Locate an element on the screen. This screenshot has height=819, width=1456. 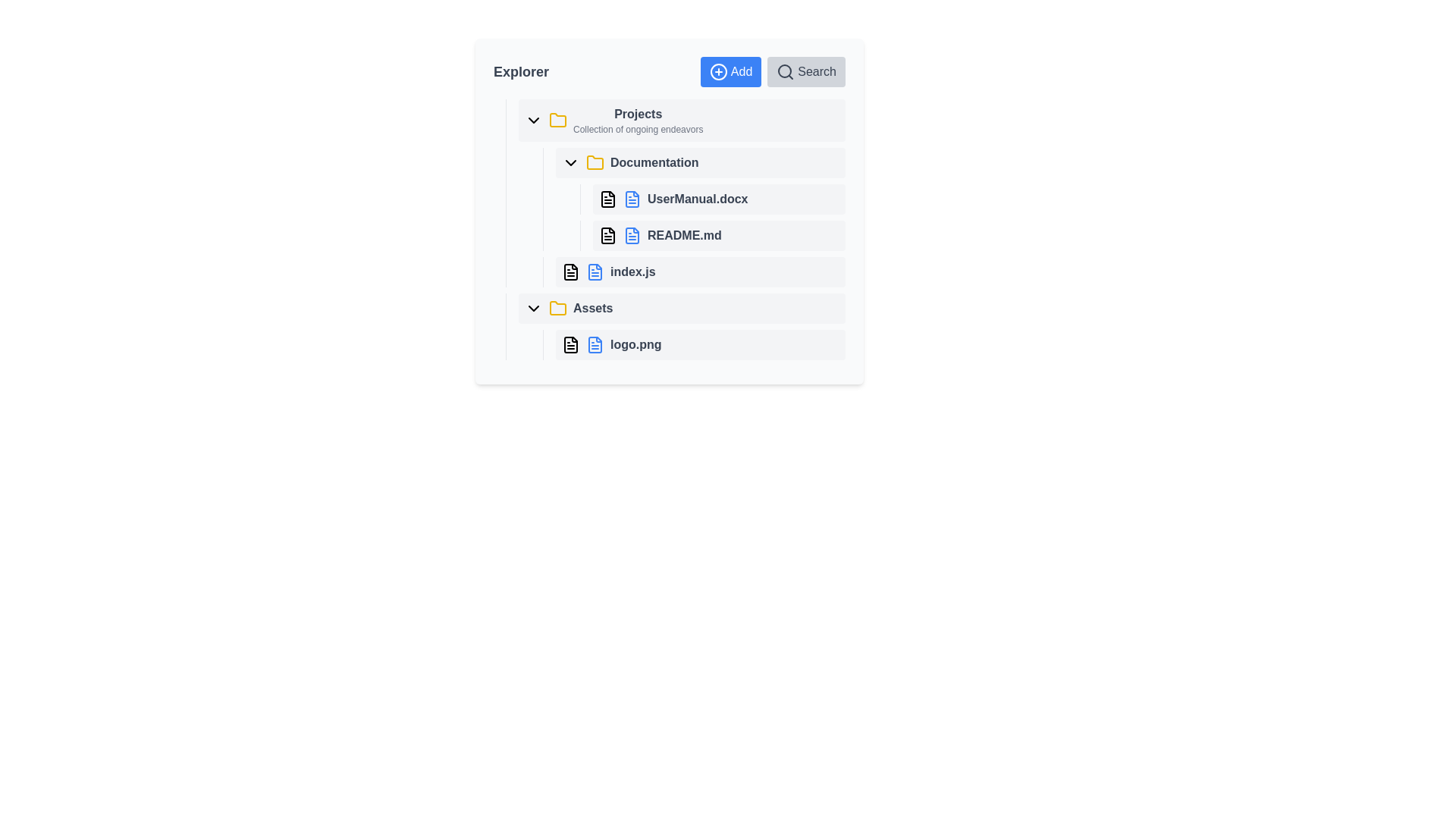
the file icon representing 'index.js' is located at coordinates (595, 271).